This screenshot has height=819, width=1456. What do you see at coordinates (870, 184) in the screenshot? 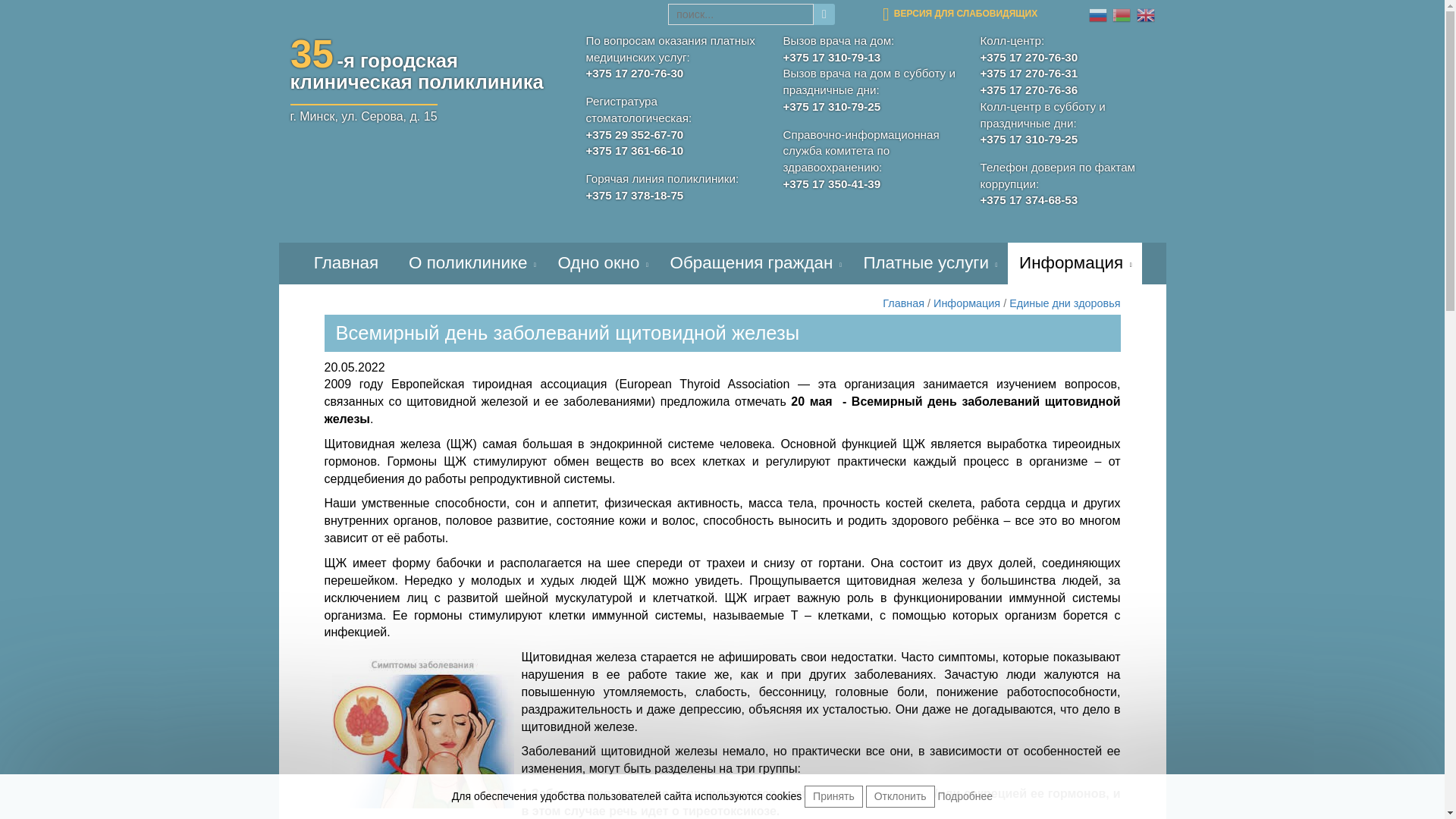
I see `'+375 17 350-41-39'` at bounding box center [870, 184].